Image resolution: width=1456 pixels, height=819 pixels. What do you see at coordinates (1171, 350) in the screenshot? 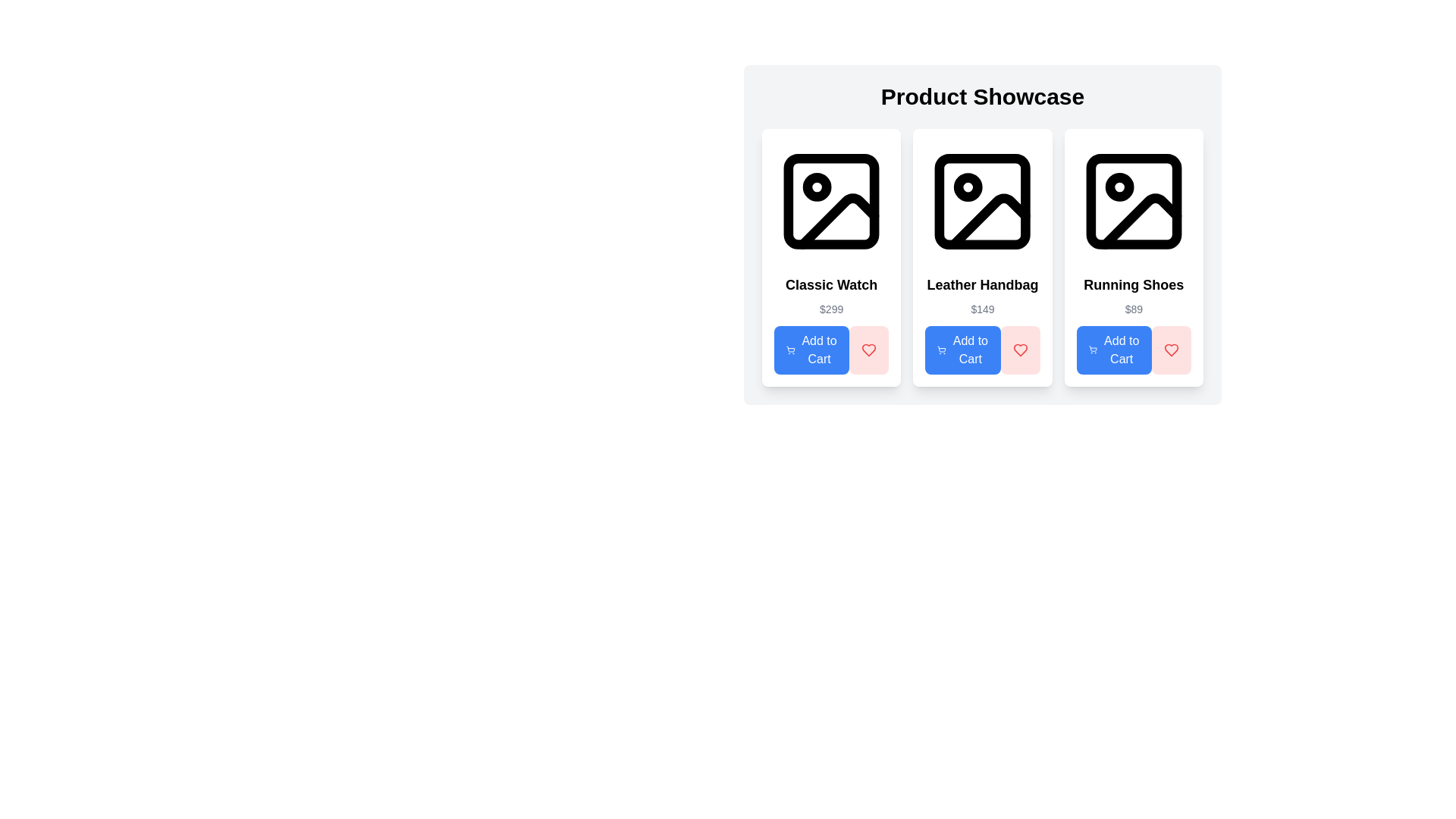
I see `the favorite icon in the third product card for 'Running Shoes'` at bounding box center [1171, 350].